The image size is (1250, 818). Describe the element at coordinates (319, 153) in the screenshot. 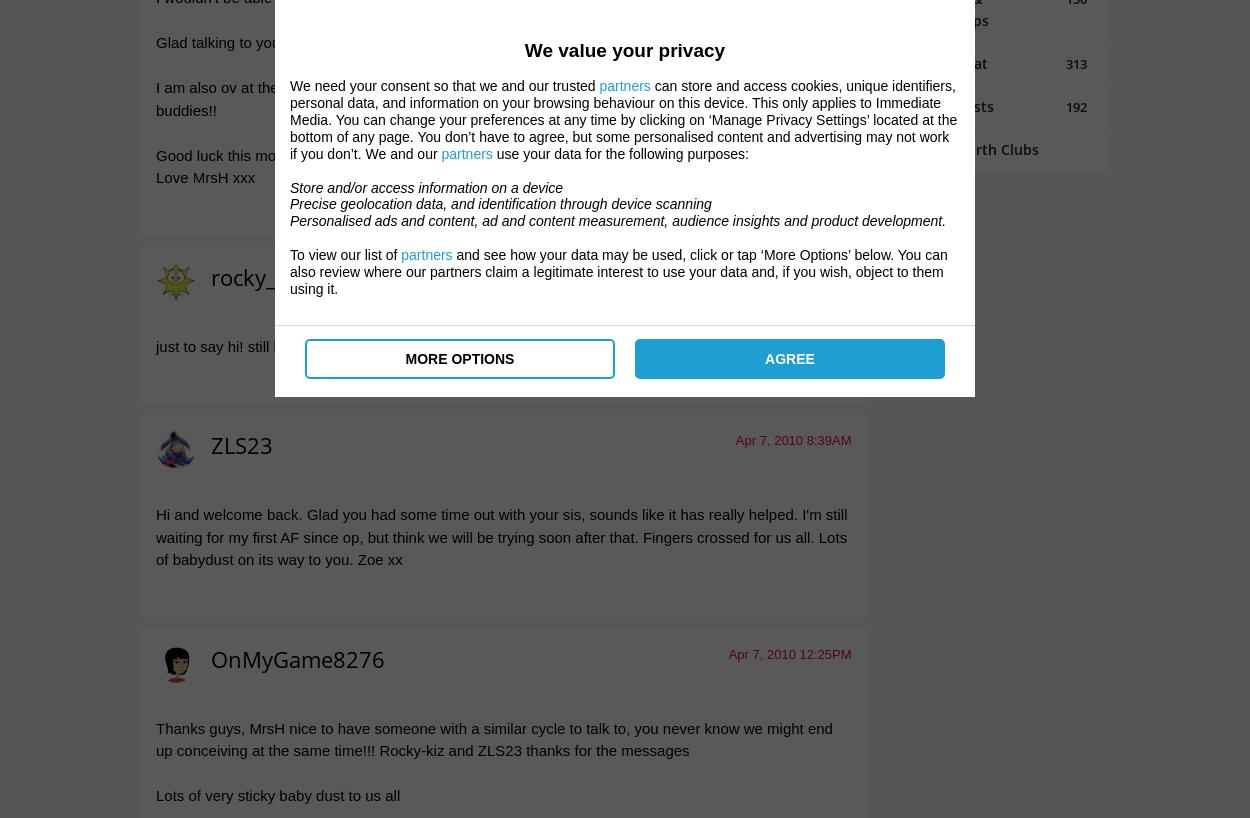

I see `'Good luck this month, babydust coming your way.'` at that location.